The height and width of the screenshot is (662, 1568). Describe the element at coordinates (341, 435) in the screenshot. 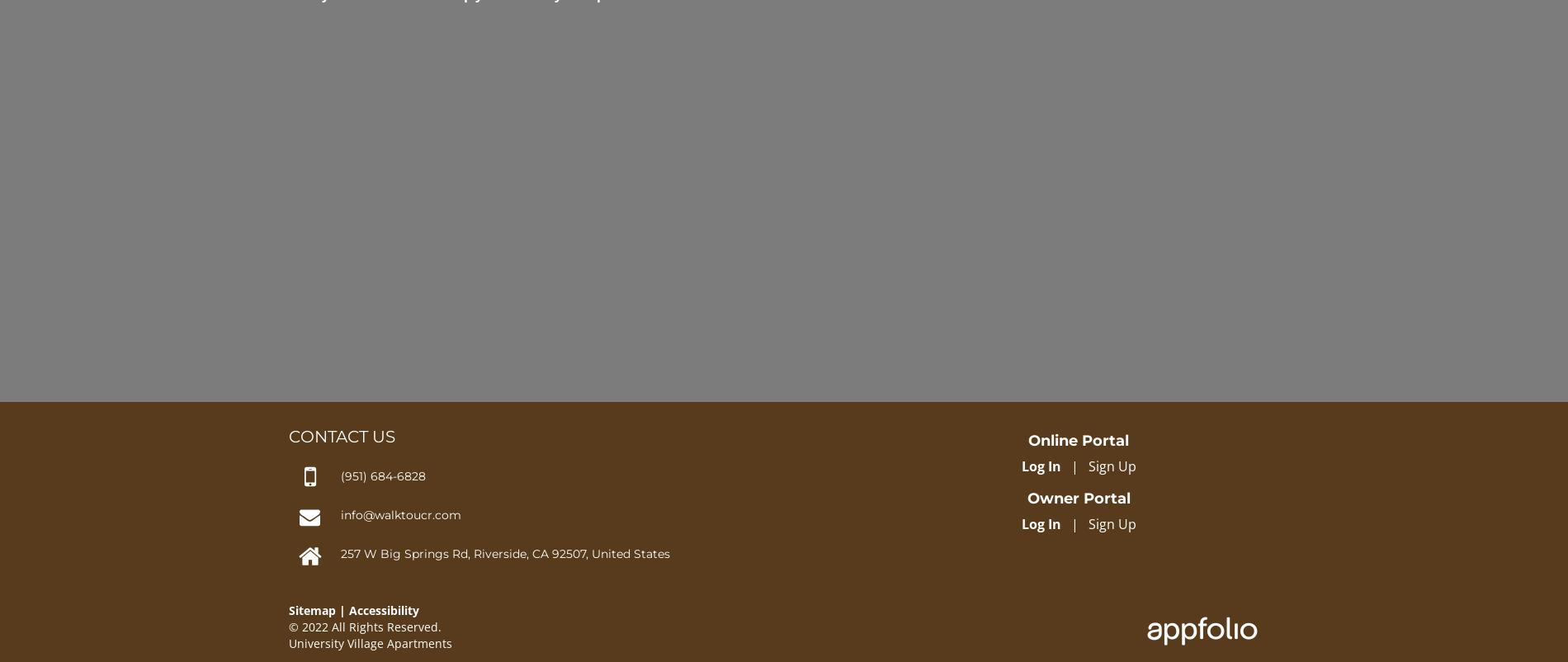

I see `'CONTACT US'` at that location.